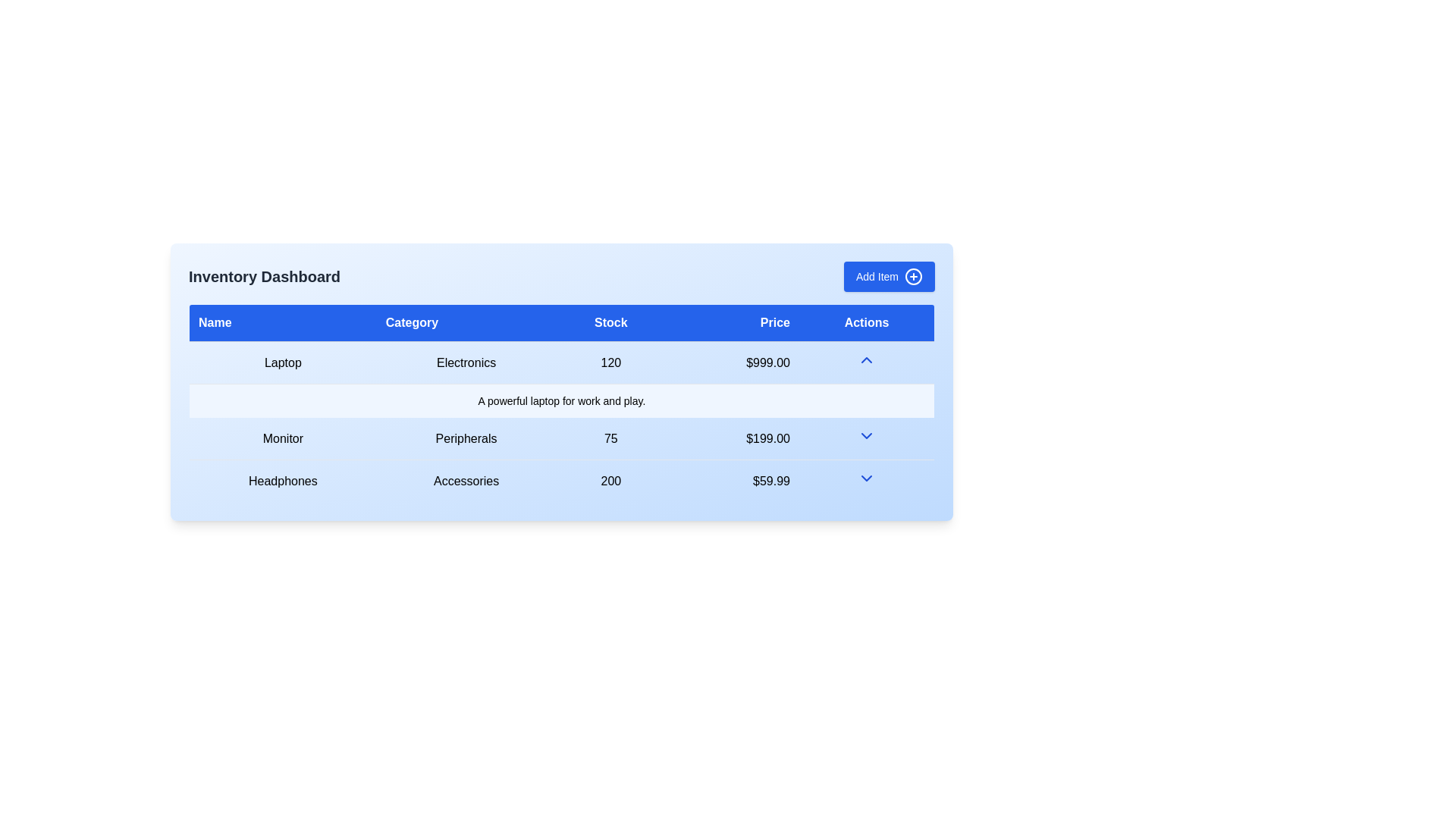 This screenshot has width=1456, height=819. Describe the element at coordinates (265, 277) in the screenshot. I see `the text label reading 'Inventory Dashboard'` at that location.